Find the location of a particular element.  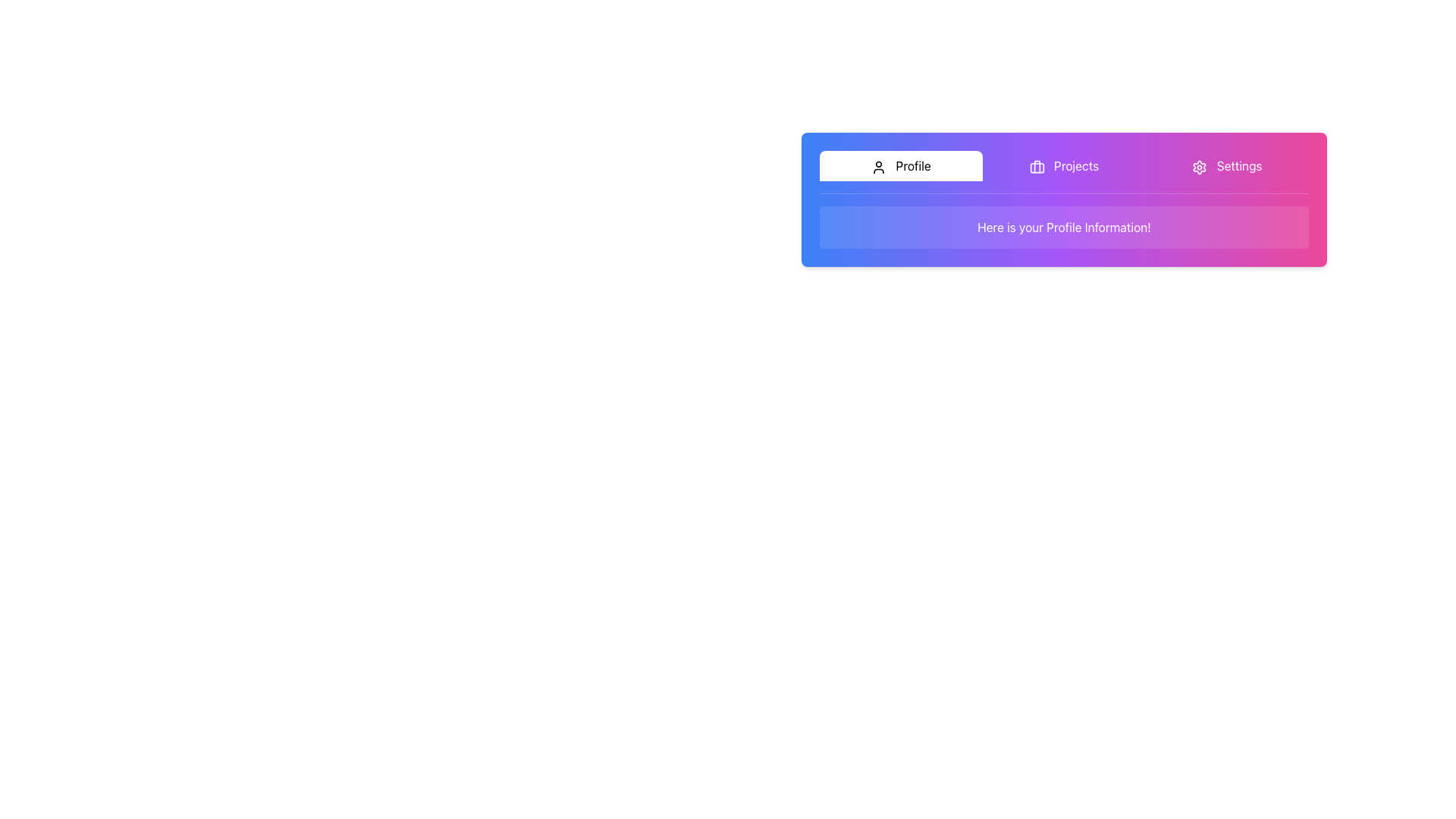

the 'Profile' navigation button located in the top section of the interface is located at coordinates (901, 166).